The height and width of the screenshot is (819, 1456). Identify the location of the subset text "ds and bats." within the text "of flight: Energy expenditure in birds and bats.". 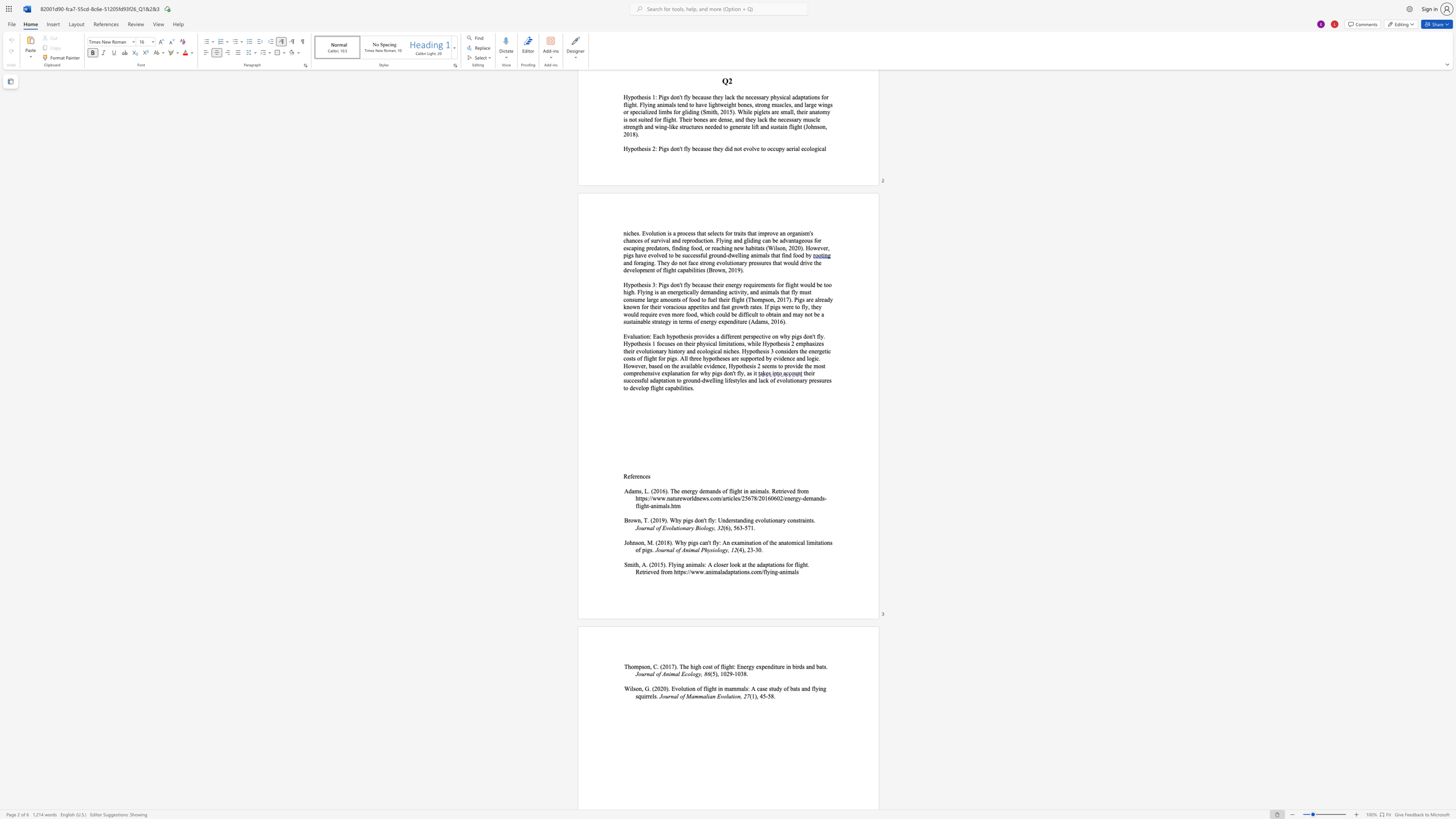
(799, 666).